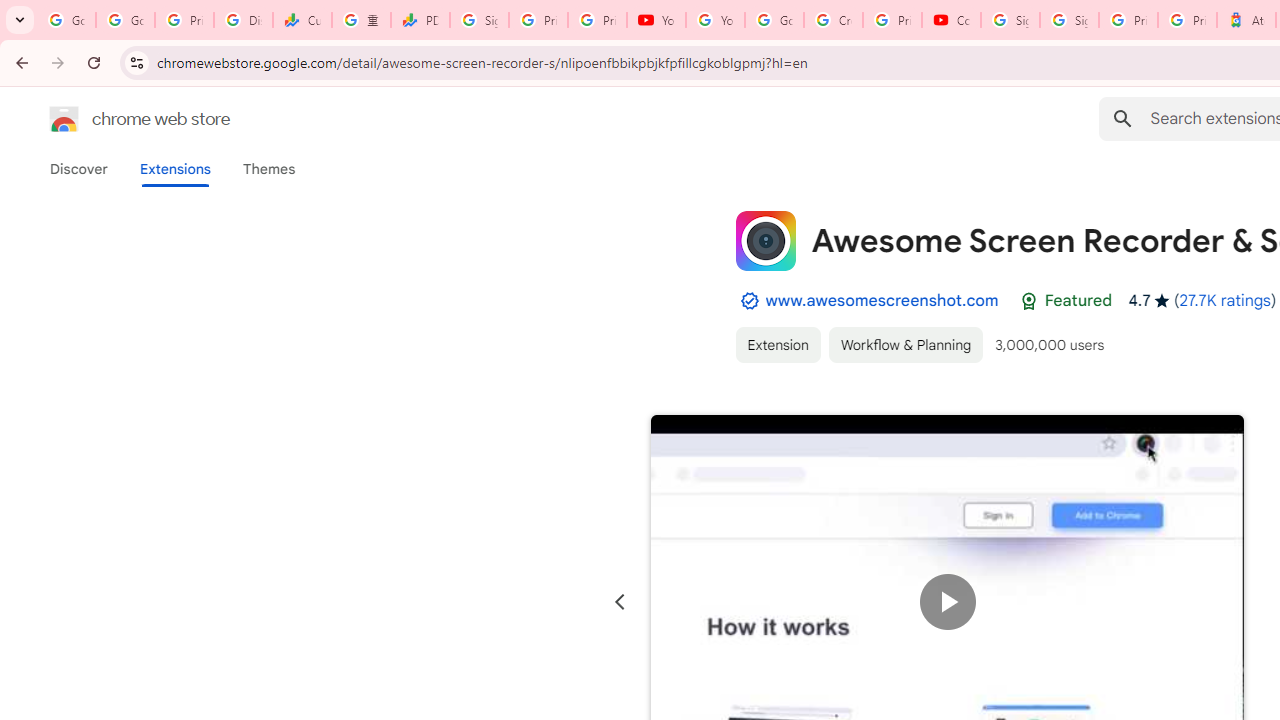  I want to click on 'Previous slide', so click(618, 601).